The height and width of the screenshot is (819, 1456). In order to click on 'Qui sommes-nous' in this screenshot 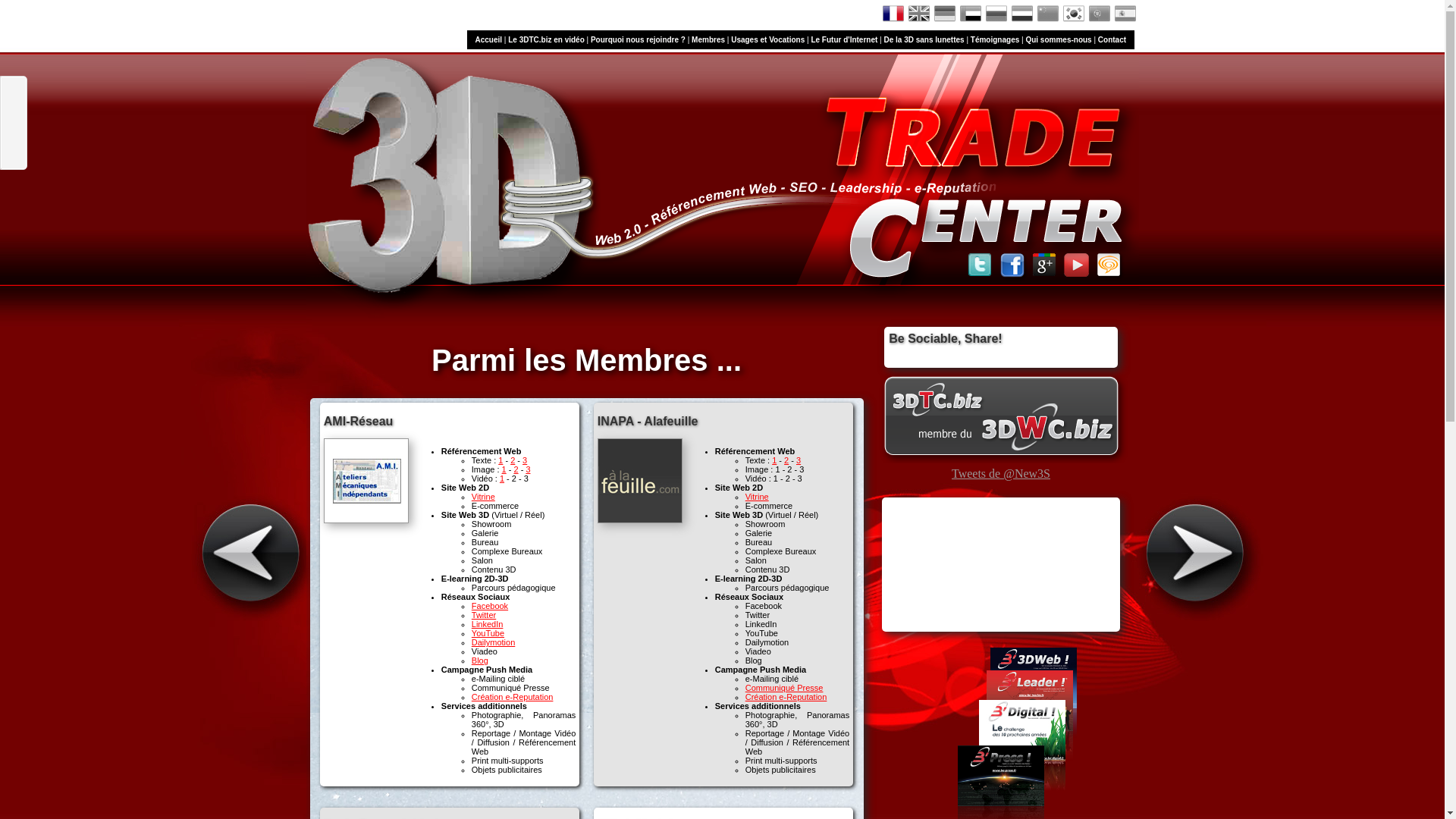, I will do `click(1057, 39)`.